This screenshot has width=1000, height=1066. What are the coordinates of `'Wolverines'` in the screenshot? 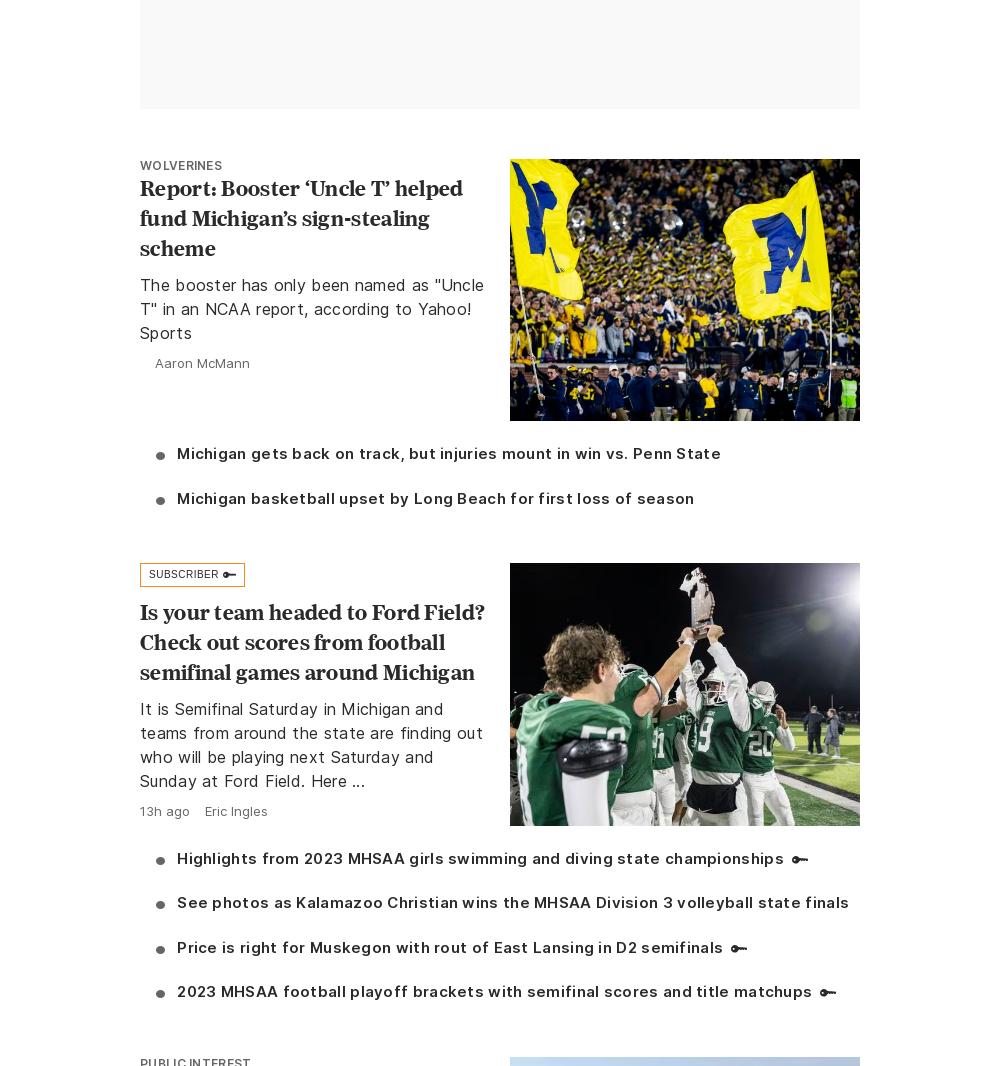 It's located at (181, 163).